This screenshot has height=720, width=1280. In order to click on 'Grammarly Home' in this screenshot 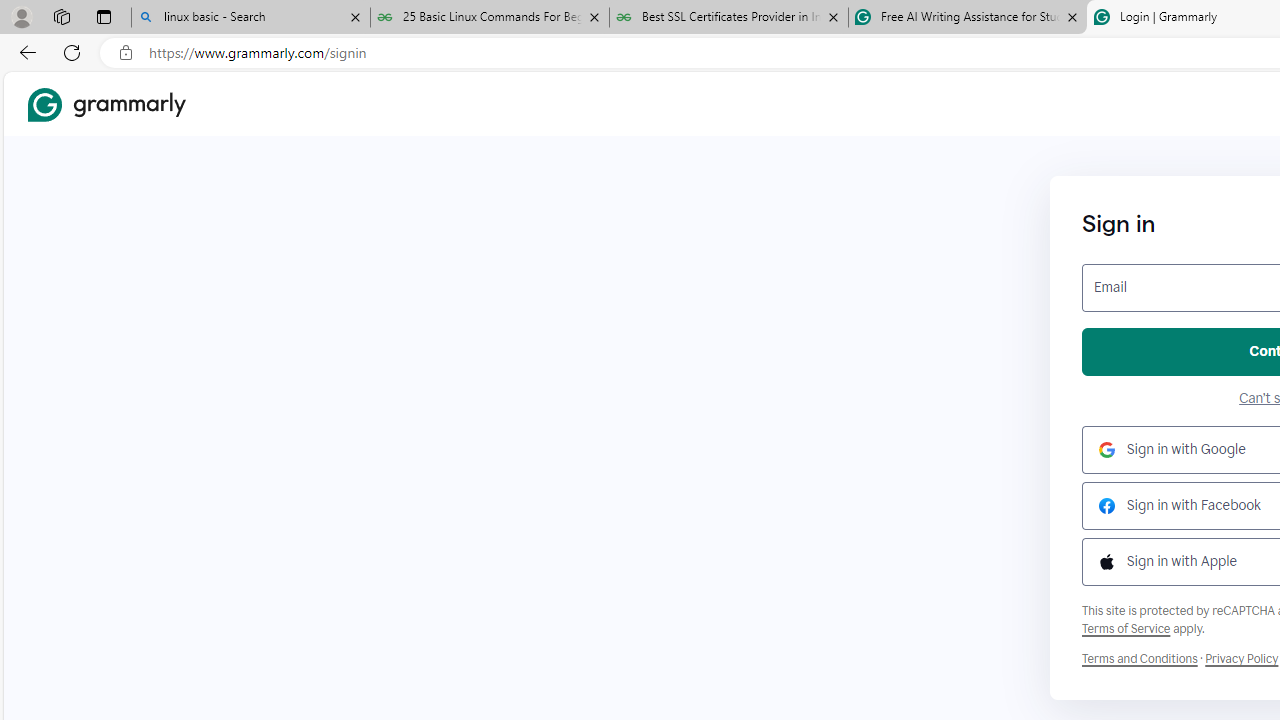, I will do `click(105, 104)`.